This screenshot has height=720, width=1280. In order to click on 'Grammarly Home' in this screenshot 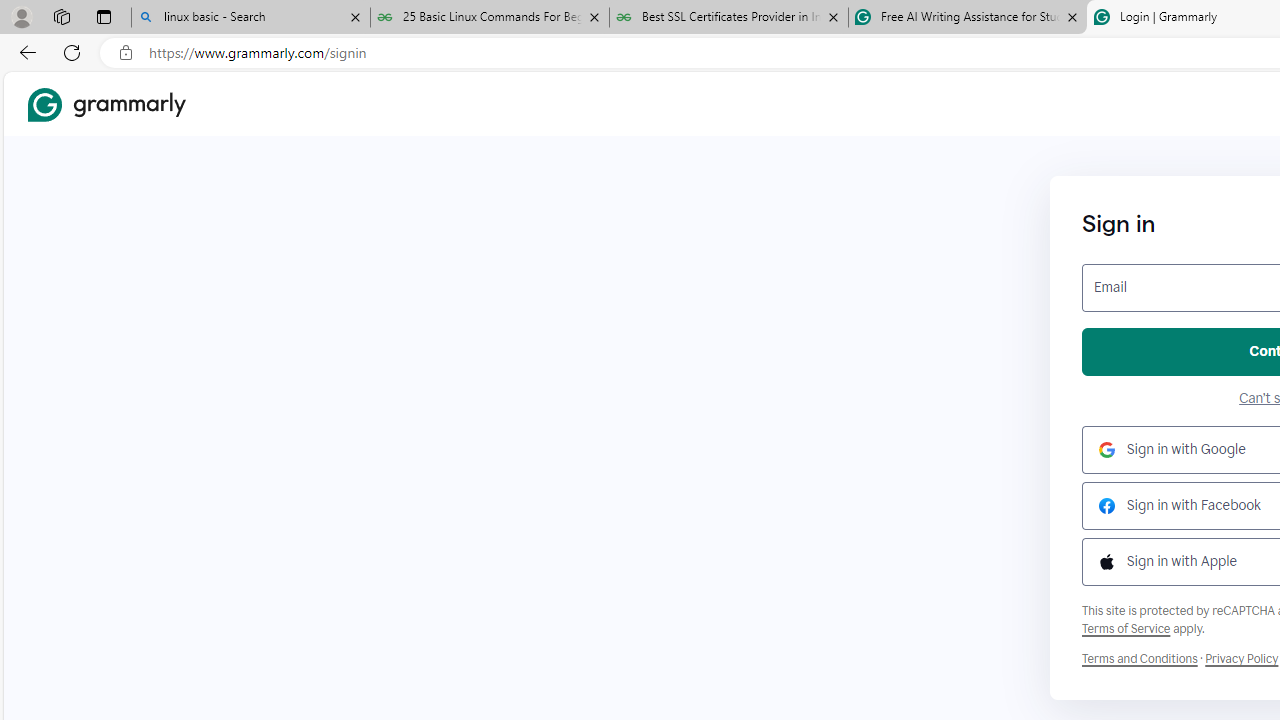, I will do `click(105, 104)`.